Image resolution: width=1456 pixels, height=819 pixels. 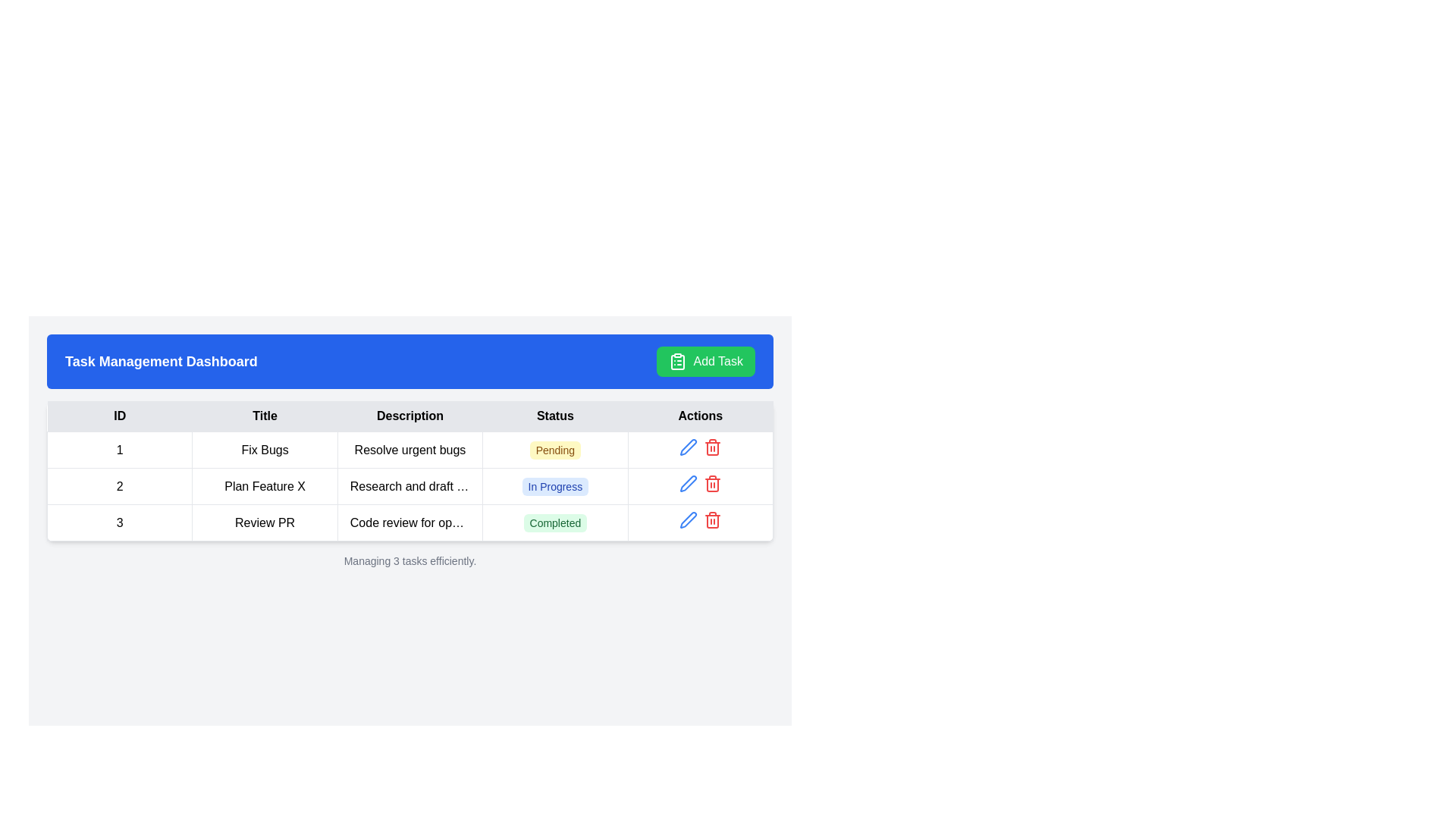 What do you see at coordinates (554, 522) in the screenshot?
I see `status from the label indicating that the associated task is completed, located in the 'Status' column of the third row of the table, before the 'Actions' column` at bounding box center [554, 522].